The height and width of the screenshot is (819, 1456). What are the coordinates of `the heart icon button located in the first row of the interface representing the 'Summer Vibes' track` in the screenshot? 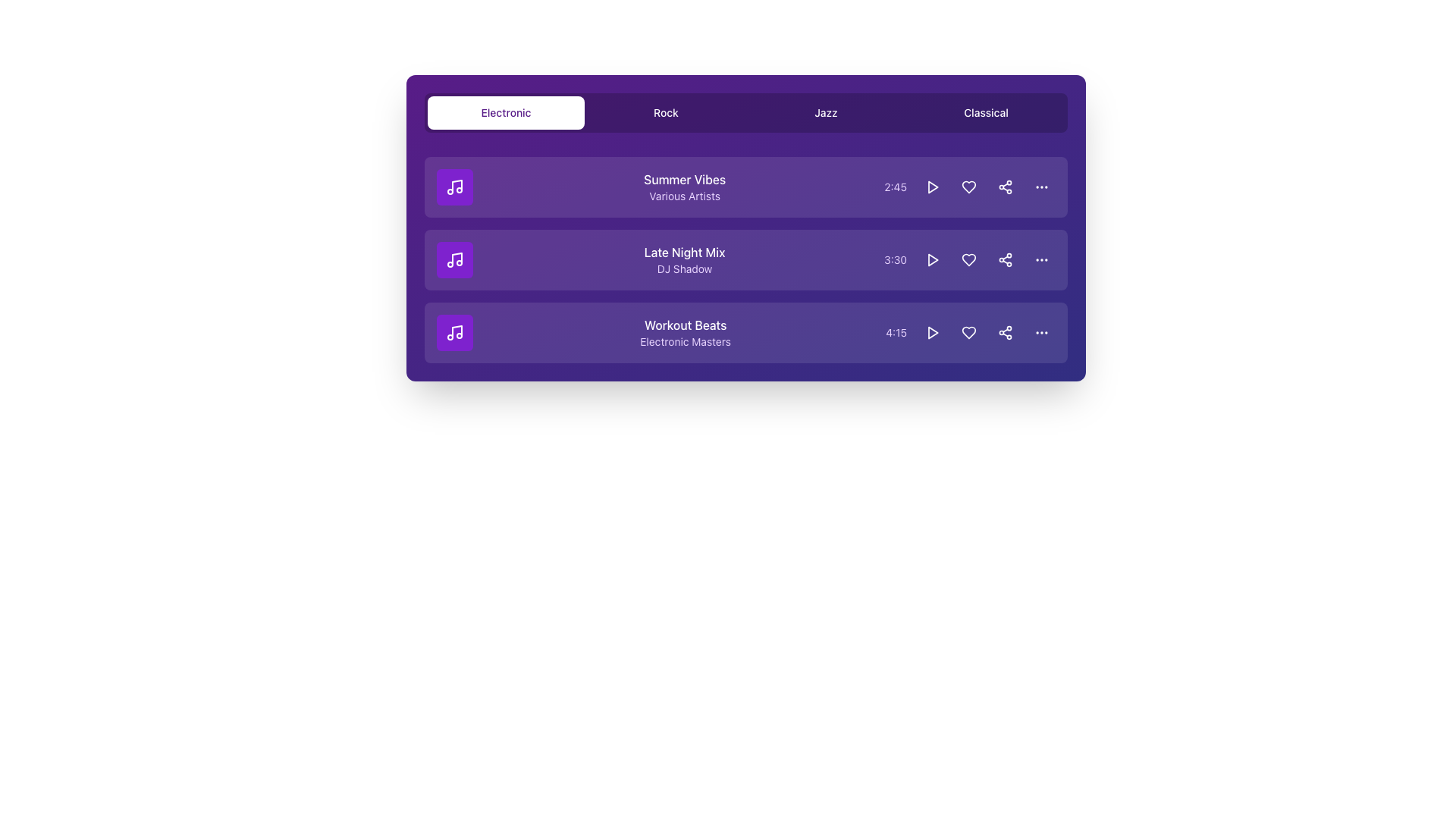 It's located at (968, 186).